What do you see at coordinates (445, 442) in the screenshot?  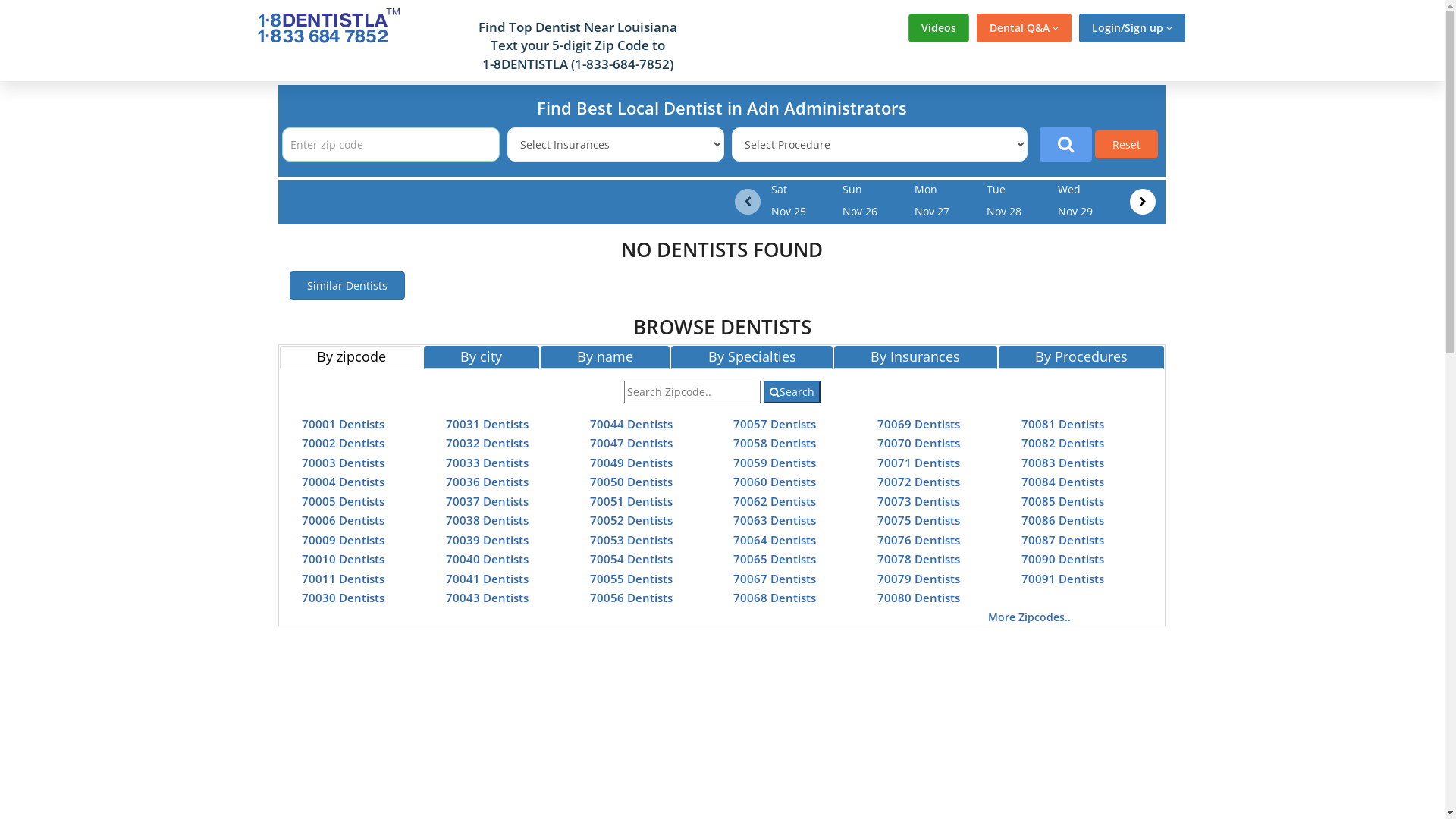 I see `'70032 Dentists'` at bounding box center [445, 442].